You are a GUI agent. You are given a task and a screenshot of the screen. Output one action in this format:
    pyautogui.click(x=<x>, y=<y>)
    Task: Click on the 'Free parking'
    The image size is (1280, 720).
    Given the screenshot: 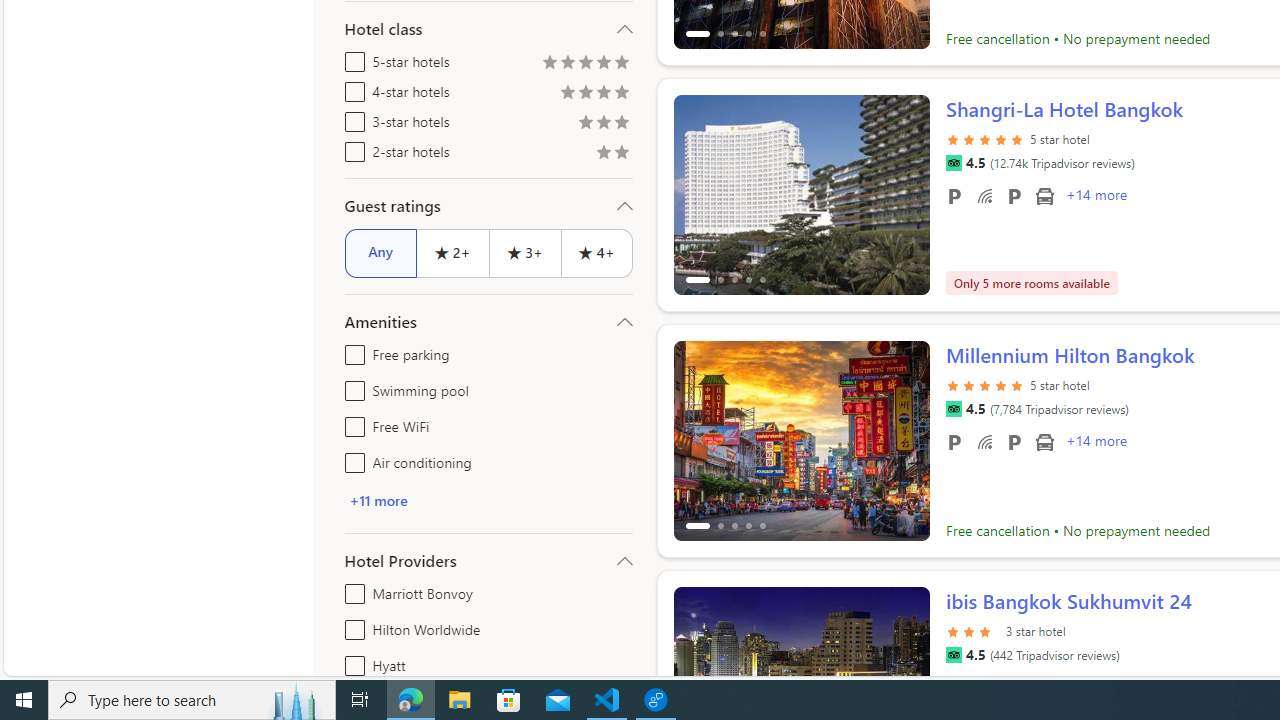 What is the action you would take?
    pyautogui.click(x=351, y=350)
    